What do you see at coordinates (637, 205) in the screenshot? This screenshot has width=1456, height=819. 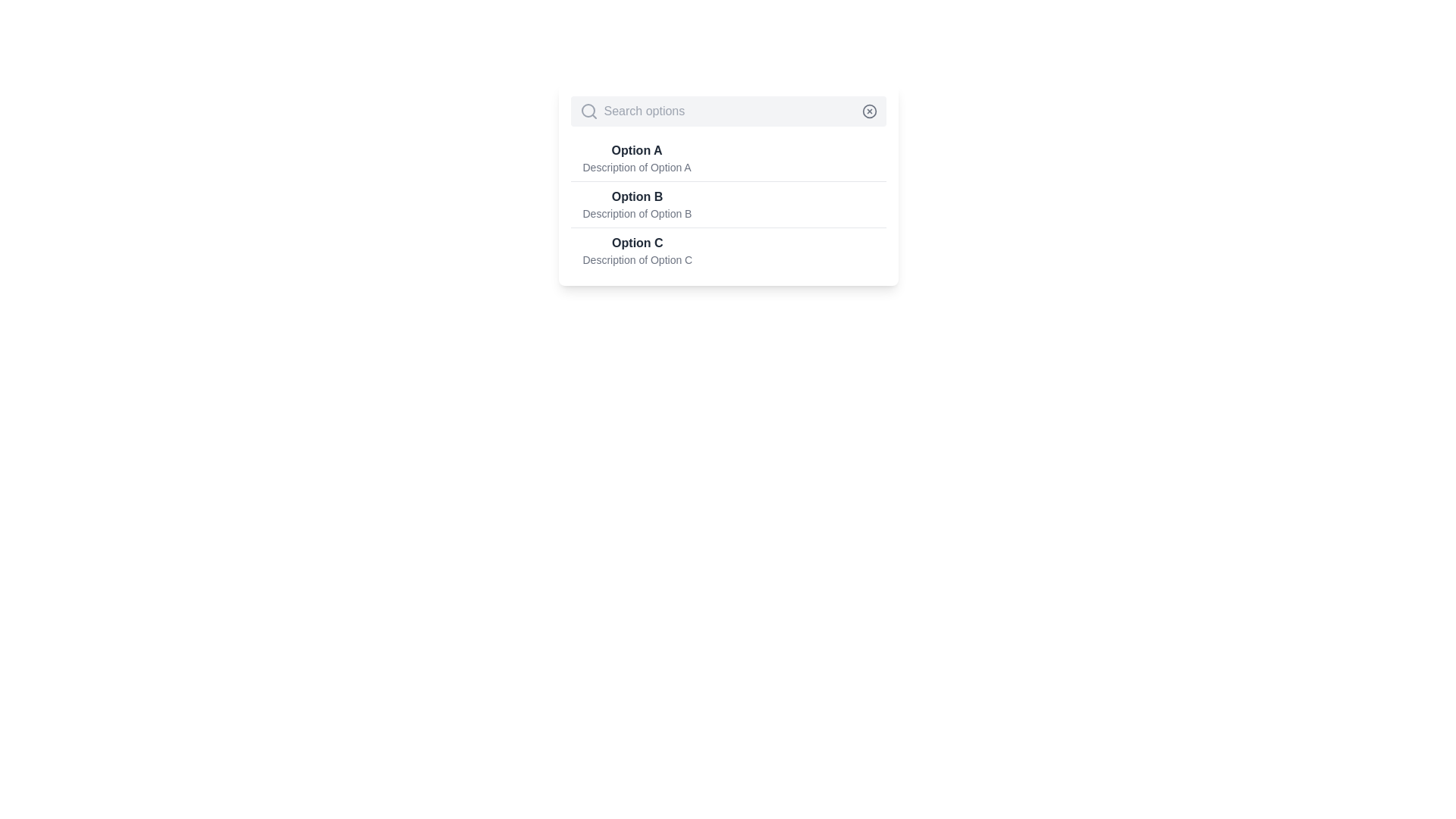 I see `the List item labeled 'Option B' which contains a bold title and a smaller description` at bounding box center [637, 205].